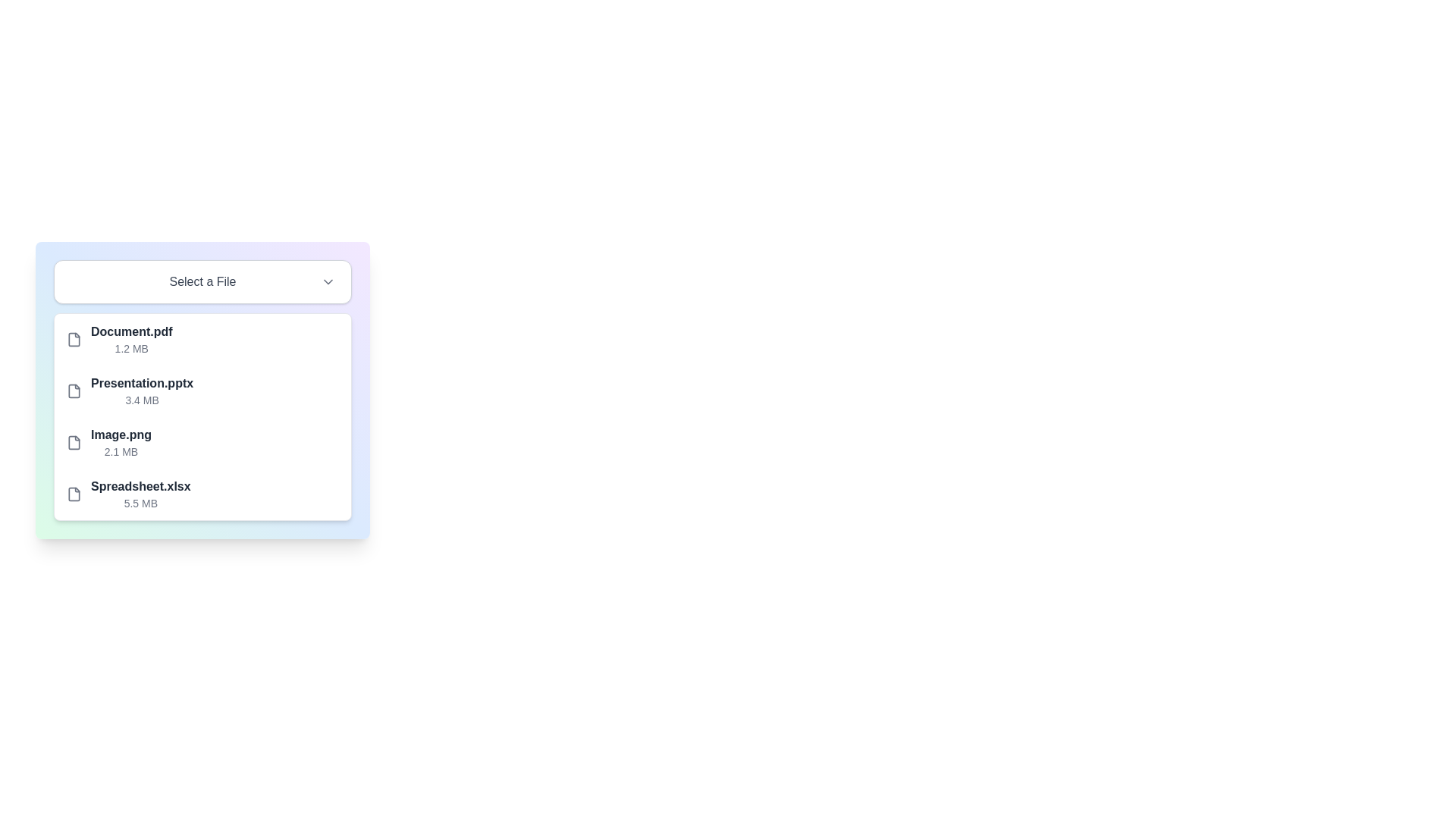 Image resolution: width=1456 pixels, height=819 pixels. Describe the element at coordinates (73, 338) in the screenshot. I see `the sleek gray vector icon shaped like a stylized document with a folded corner, positioned to the left of the 'Document.pdf' file item in the file list interface` at that location.